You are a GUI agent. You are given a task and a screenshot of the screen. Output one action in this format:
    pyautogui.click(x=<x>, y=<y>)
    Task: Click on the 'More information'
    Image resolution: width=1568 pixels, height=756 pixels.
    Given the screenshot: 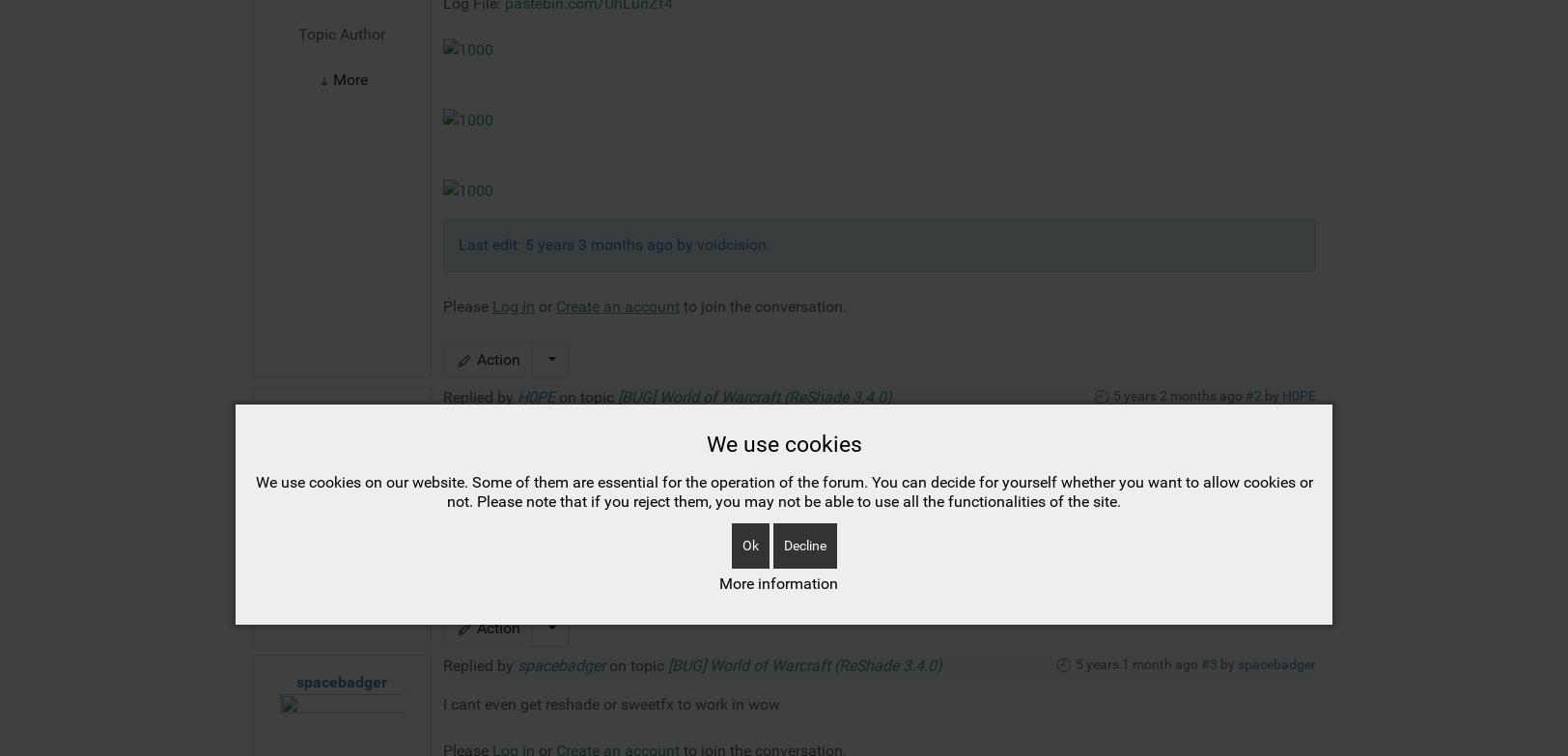 What is the action you would take?
    pyautogui.click(x=717, y=277)
    